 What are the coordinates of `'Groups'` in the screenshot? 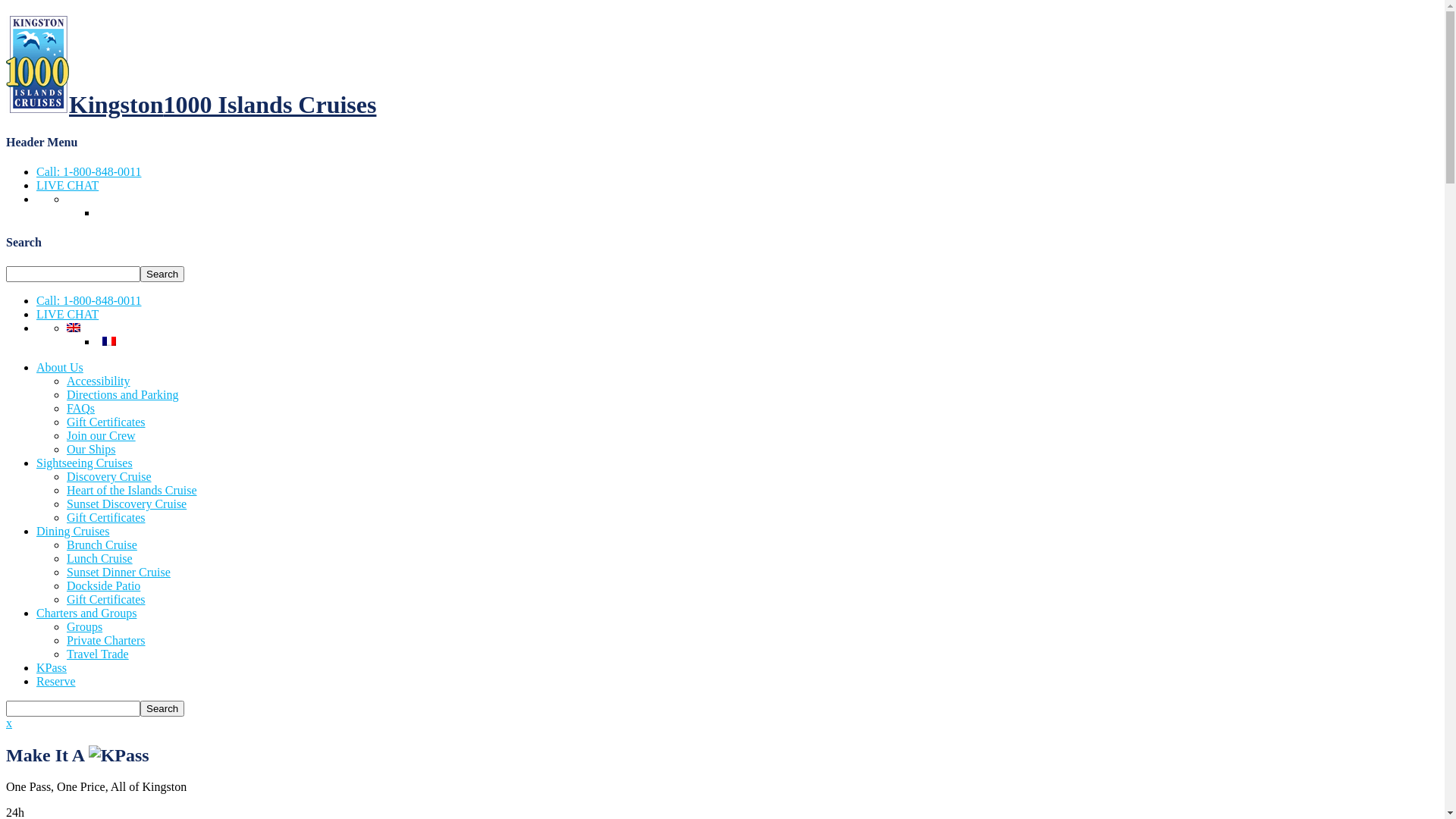 It's located at (83, 626).